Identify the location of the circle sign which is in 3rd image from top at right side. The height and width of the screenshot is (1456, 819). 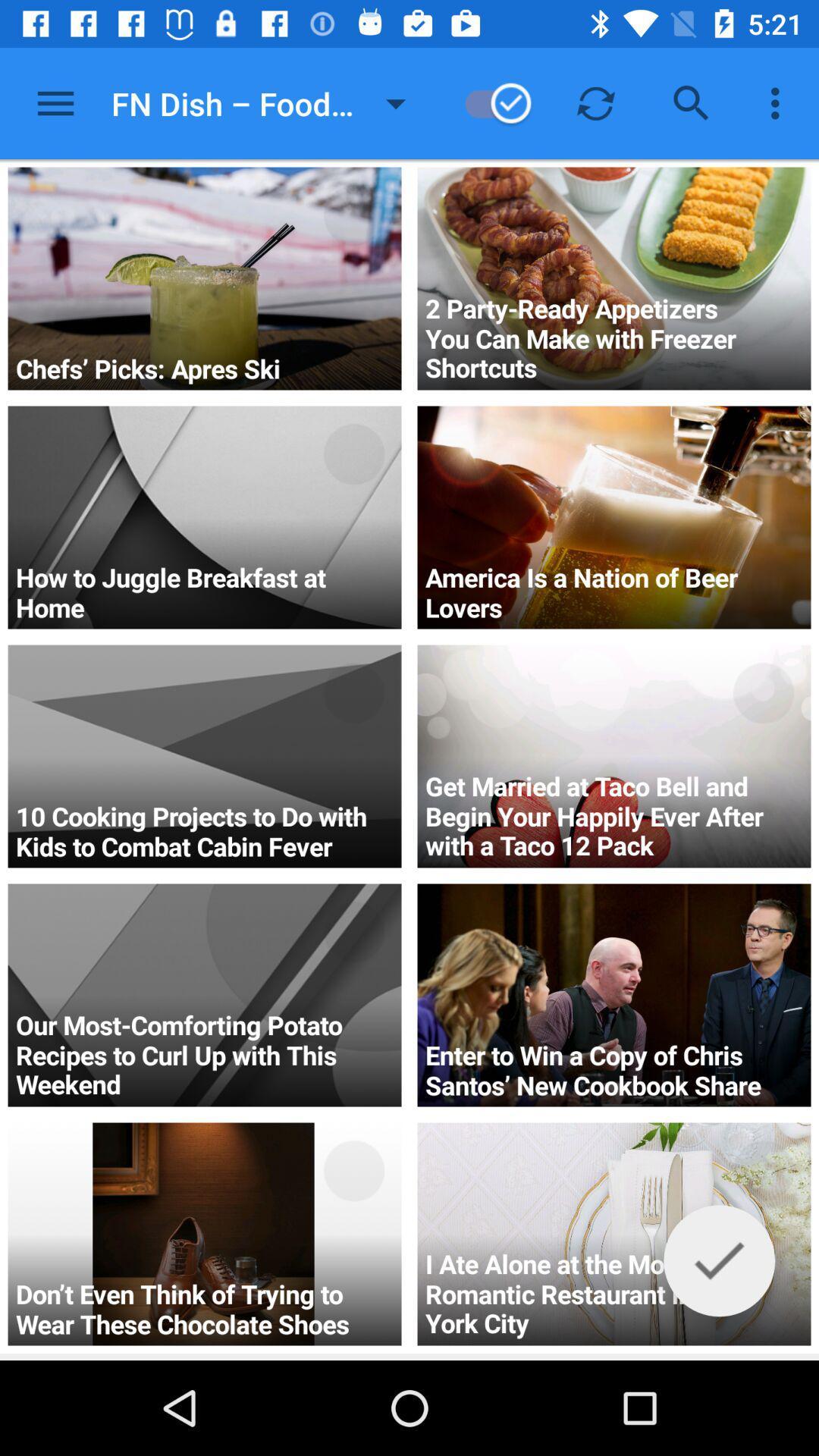
(763, 692).